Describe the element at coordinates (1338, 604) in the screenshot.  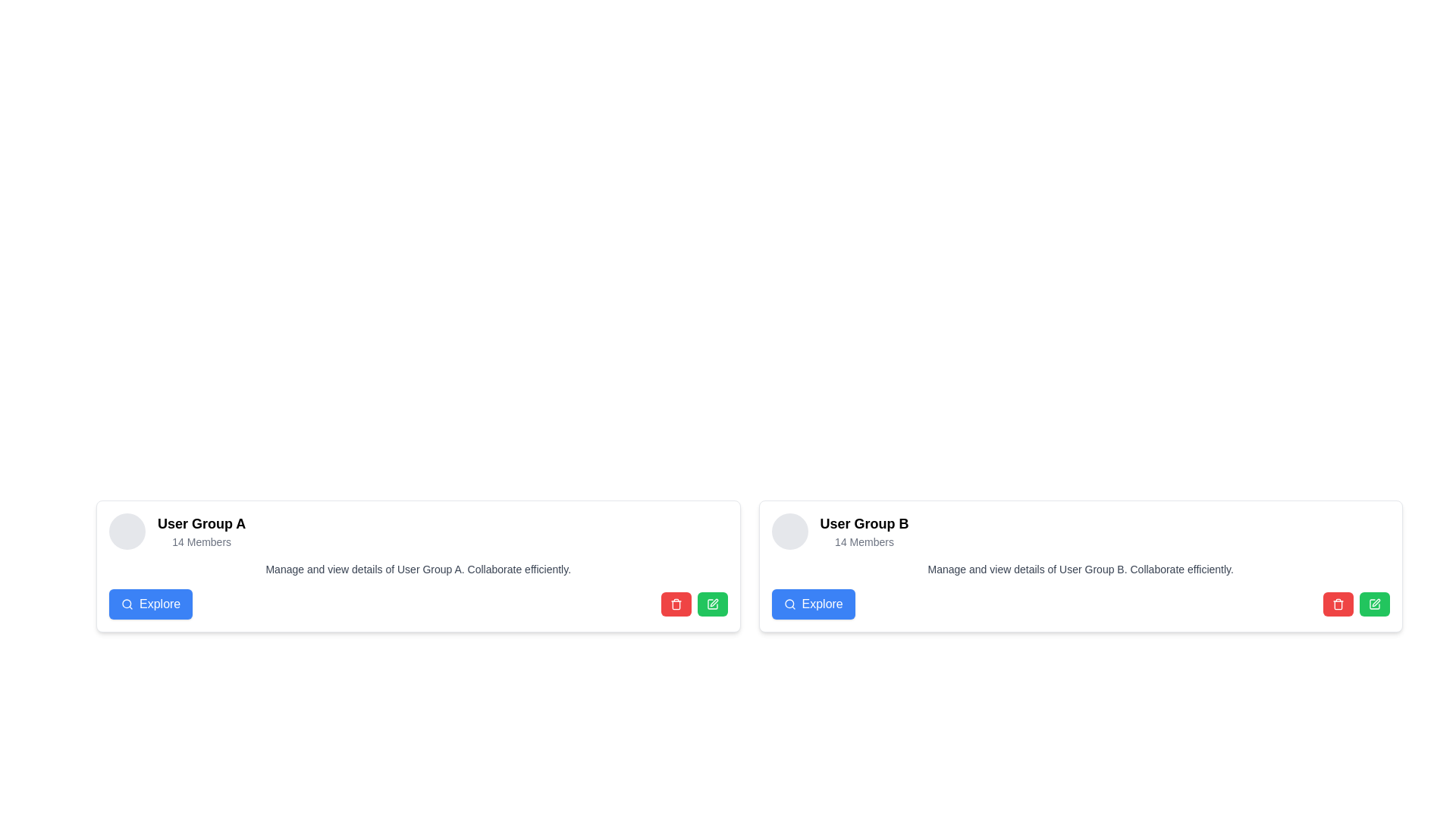
I see `the trash icon button located at the bottom-right corner of the 'User Group B' card to initiate a delete action` at that location.